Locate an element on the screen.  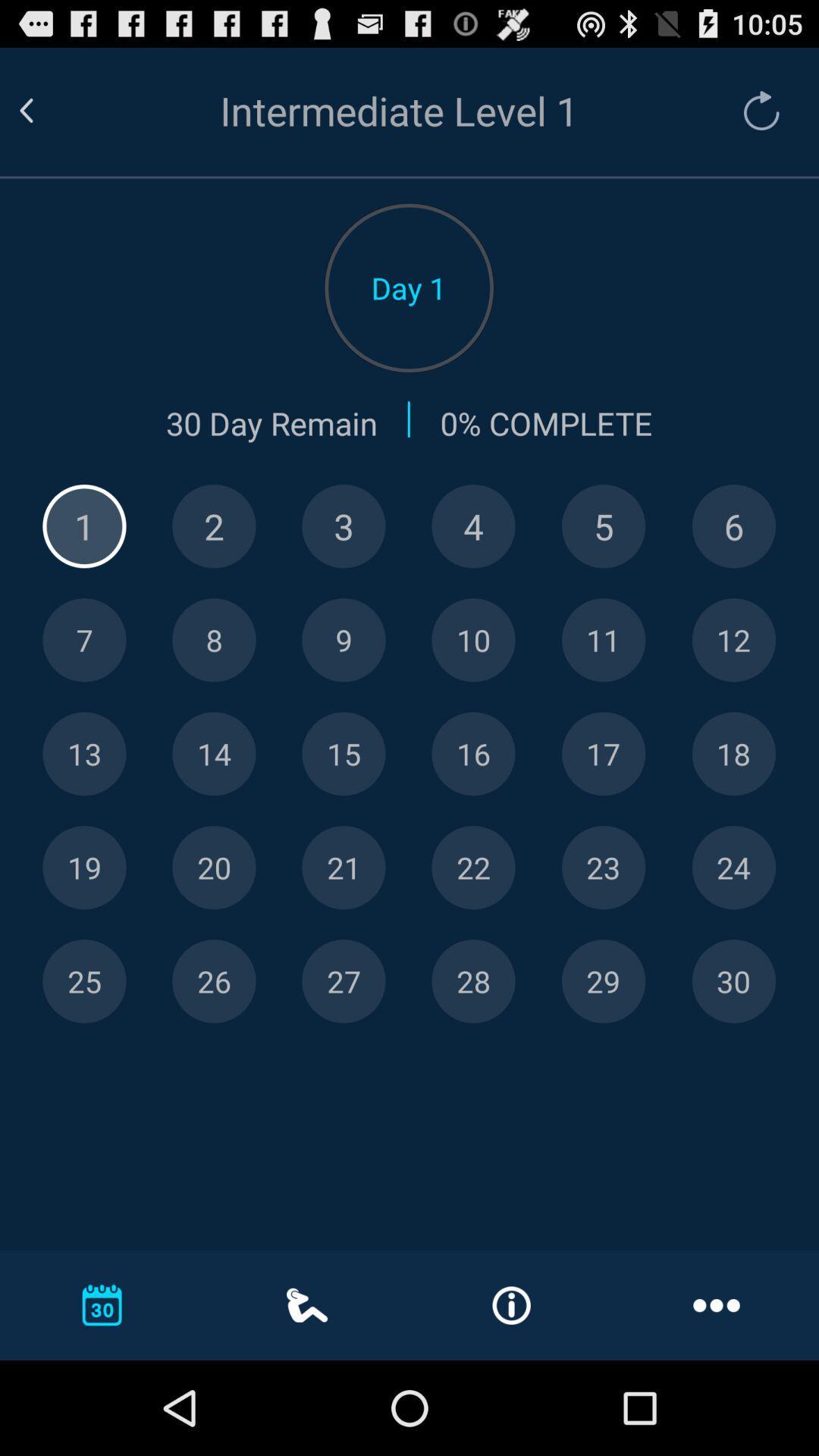
day is located at coordinates (344, 868).